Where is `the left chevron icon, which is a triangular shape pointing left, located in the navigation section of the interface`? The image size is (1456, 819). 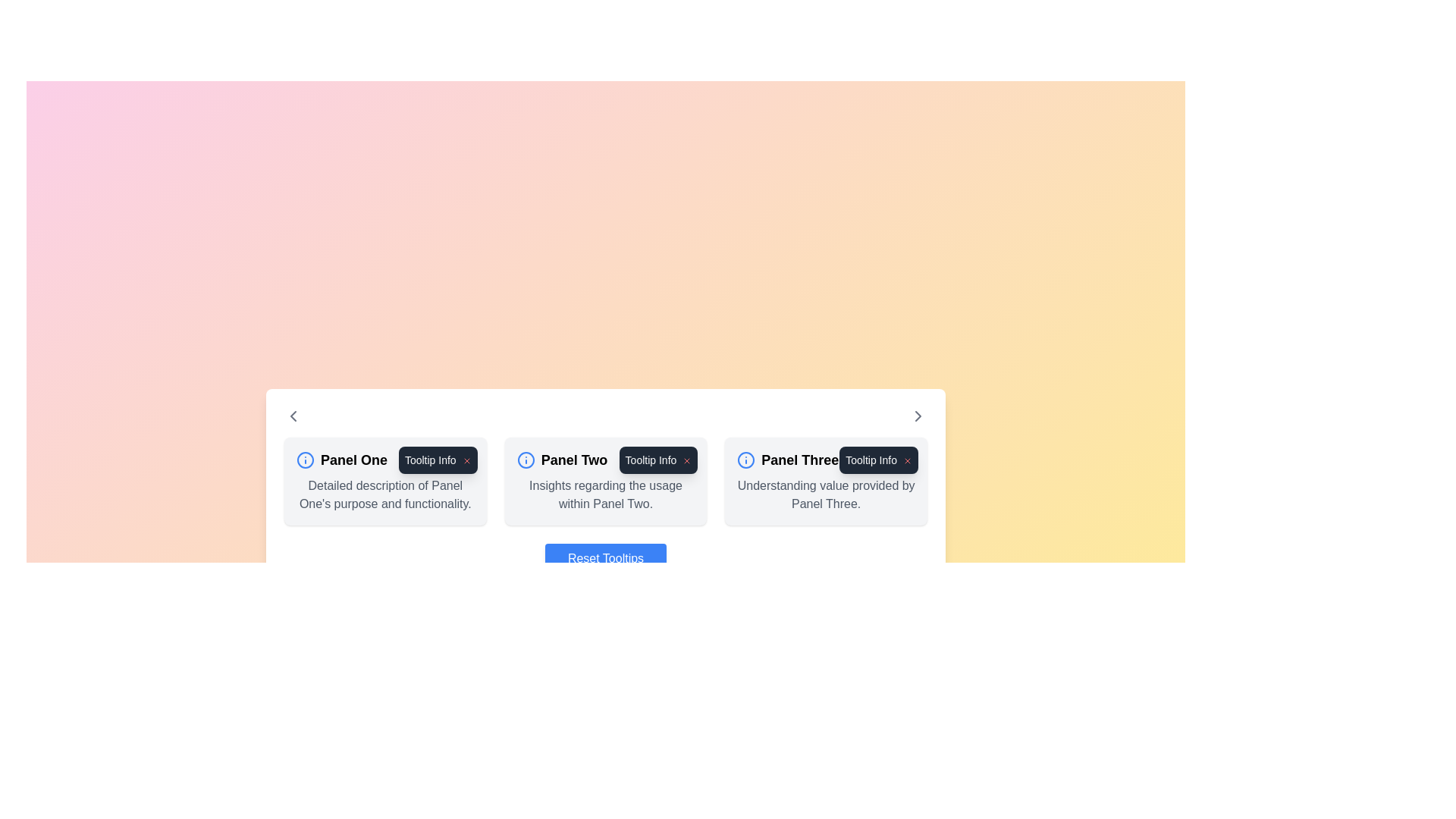
the left chevron icon, which is a triangular shape pointing left, located in the navigation section of the interface is located at coordinates (293, 416).